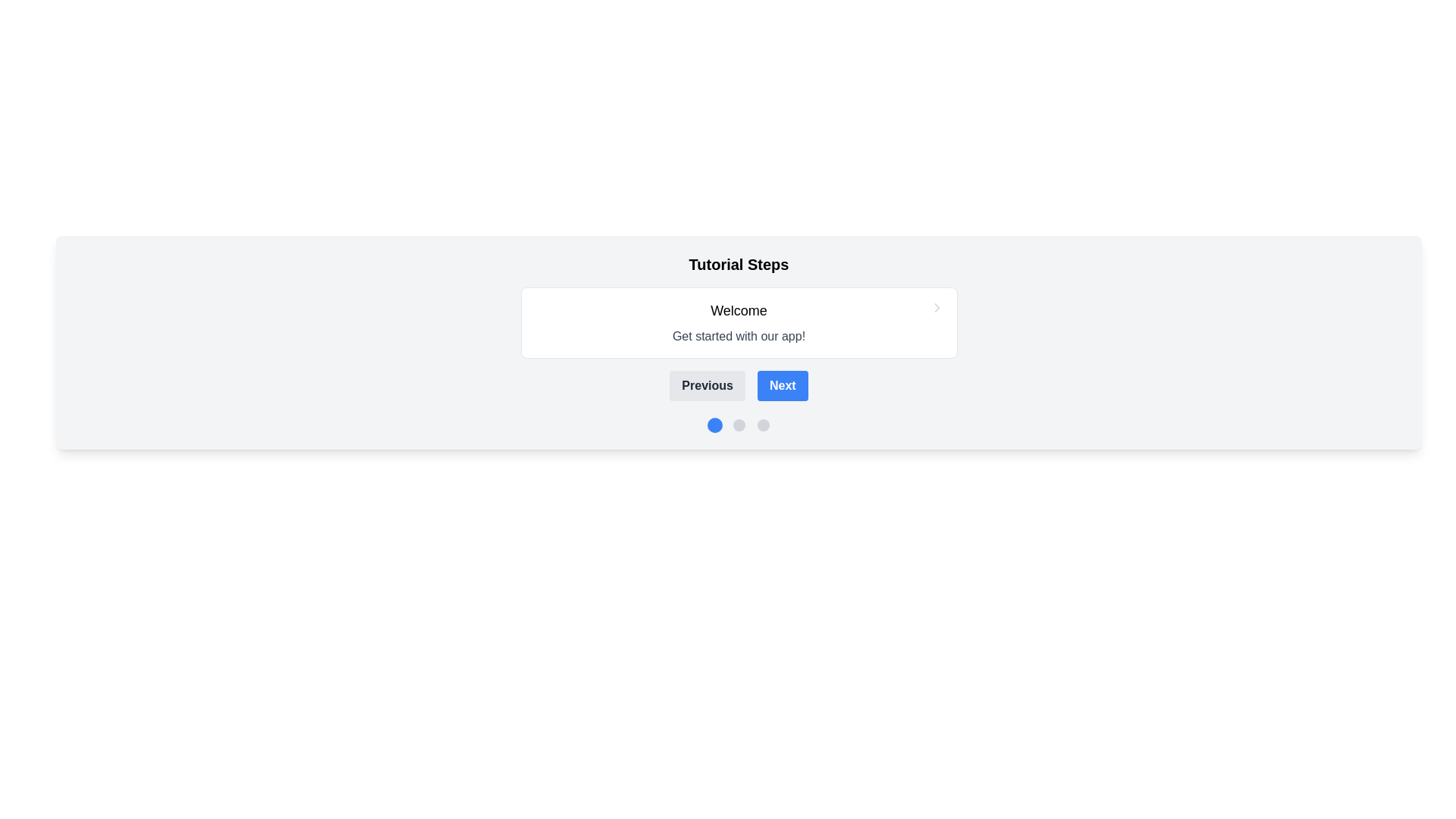 This screenshot has height=819, width=1456. What do you see at coordinates (739, 425) in the screenshot?
I see `the second circular button, which is gray in color and located below the 'Tutorial Steps' text` at bounding box center [739, 425].